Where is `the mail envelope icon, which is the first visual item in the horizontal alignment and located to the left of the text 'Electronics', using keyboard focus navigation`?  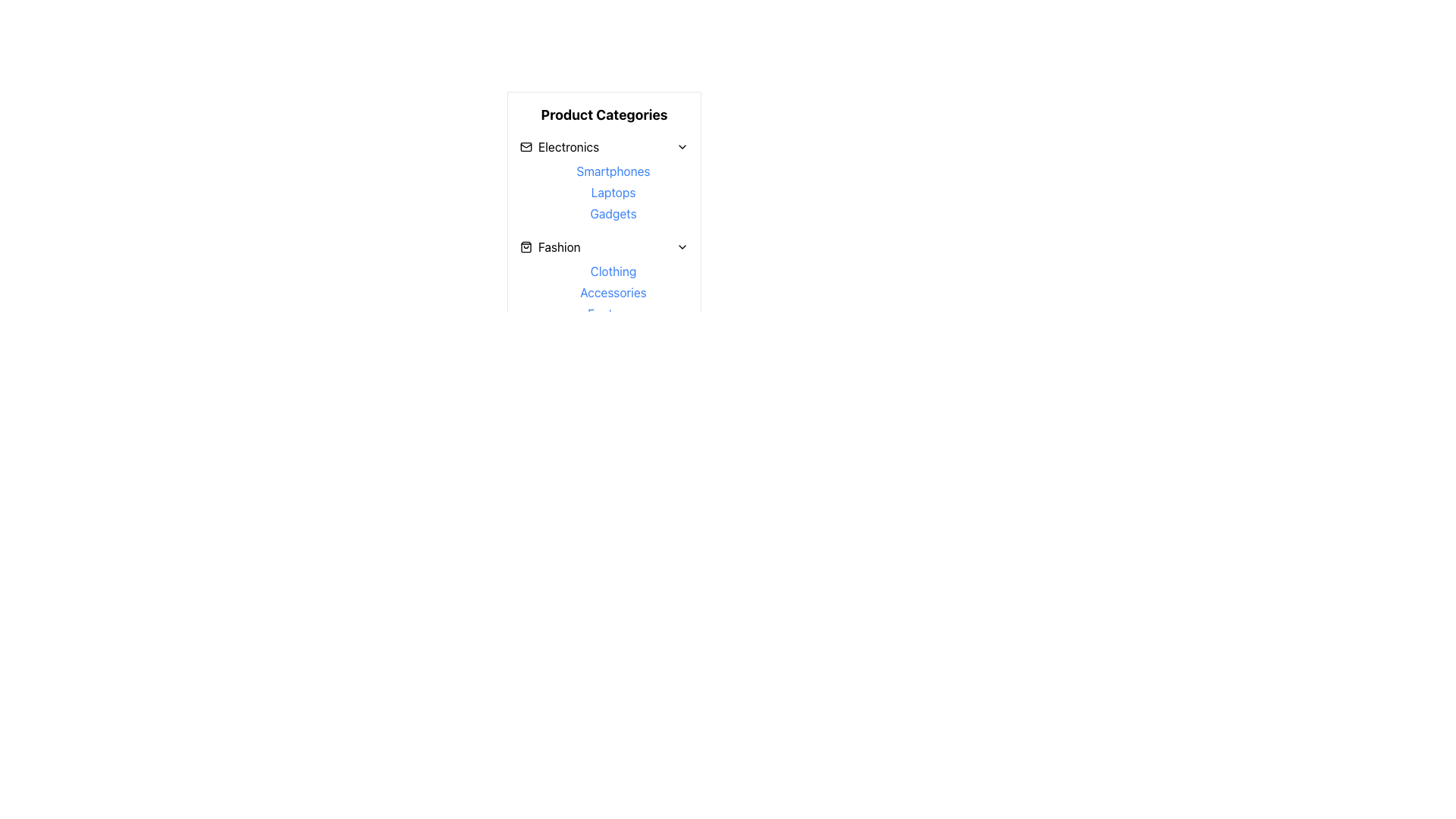 the mail envelope icon, which is the first visual item in the horizontal alignment and located to the left of the text 'Electronics', using keyboard focus navigation is located at coordinates (526, 146).